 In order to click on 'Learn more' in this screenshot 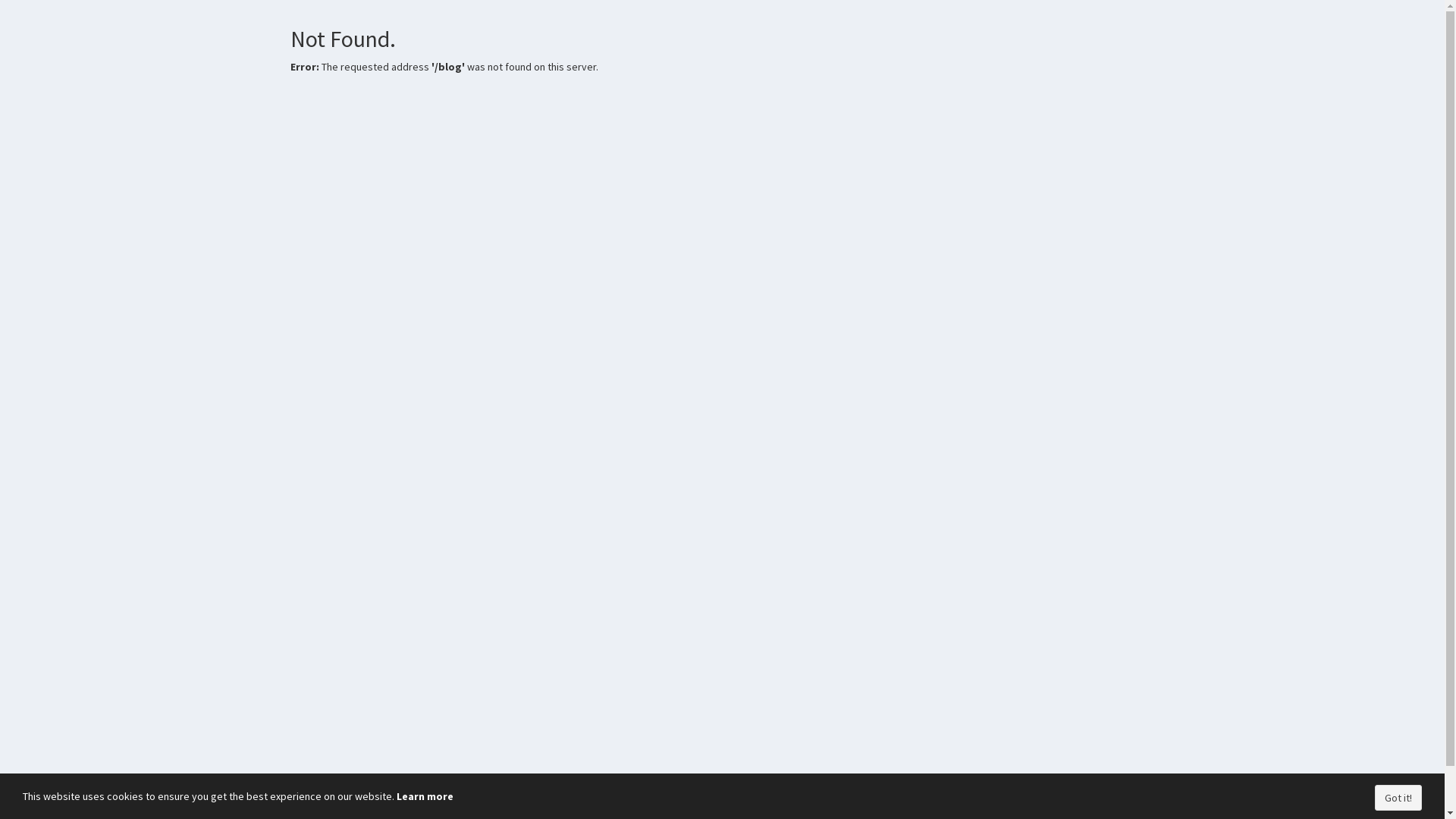, I will do `click(425, 795)`.